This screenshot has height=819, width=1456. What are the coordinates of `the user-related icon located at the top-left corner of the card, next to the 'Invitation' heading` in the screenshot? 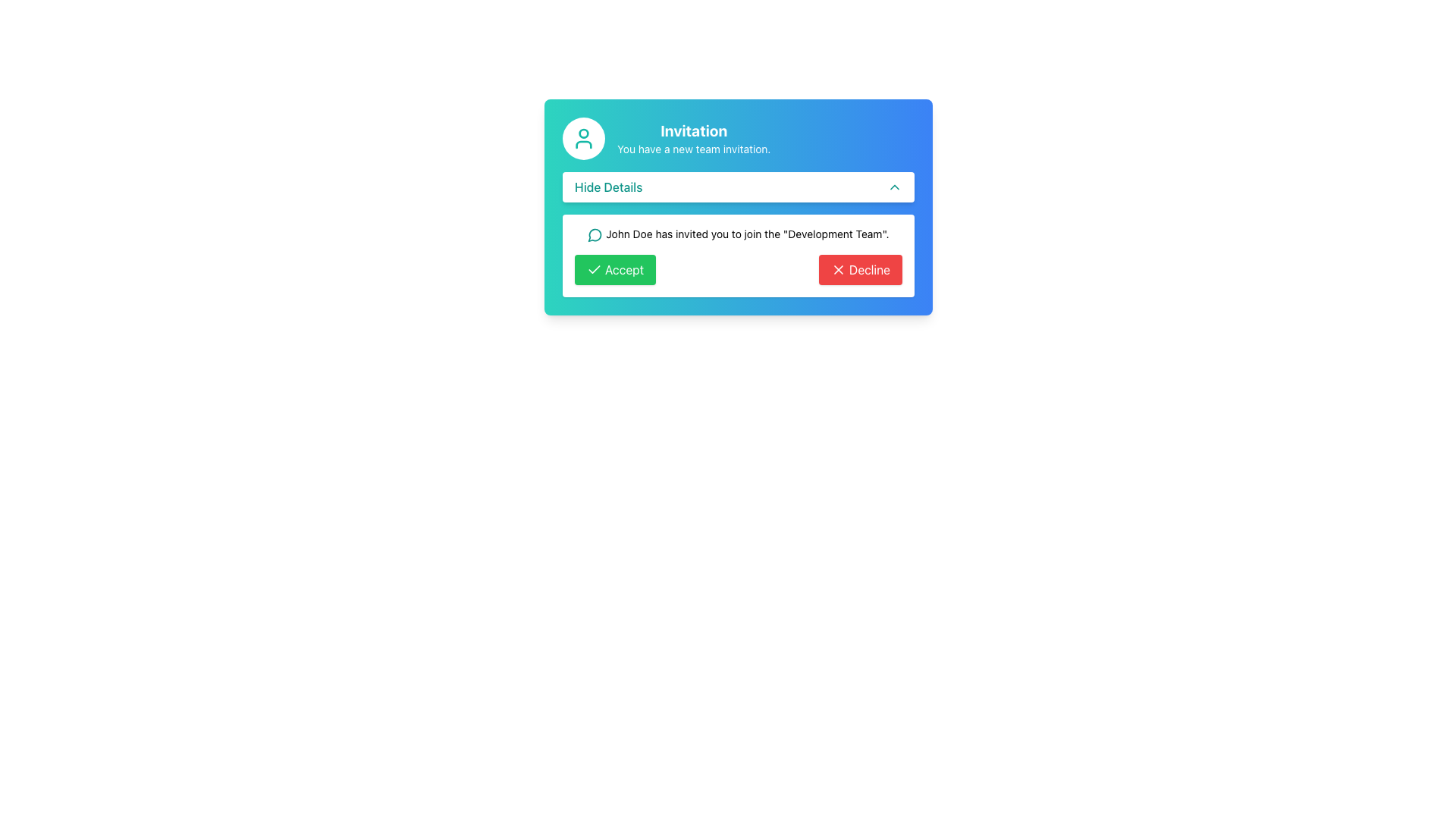 It's located at (582, 138).